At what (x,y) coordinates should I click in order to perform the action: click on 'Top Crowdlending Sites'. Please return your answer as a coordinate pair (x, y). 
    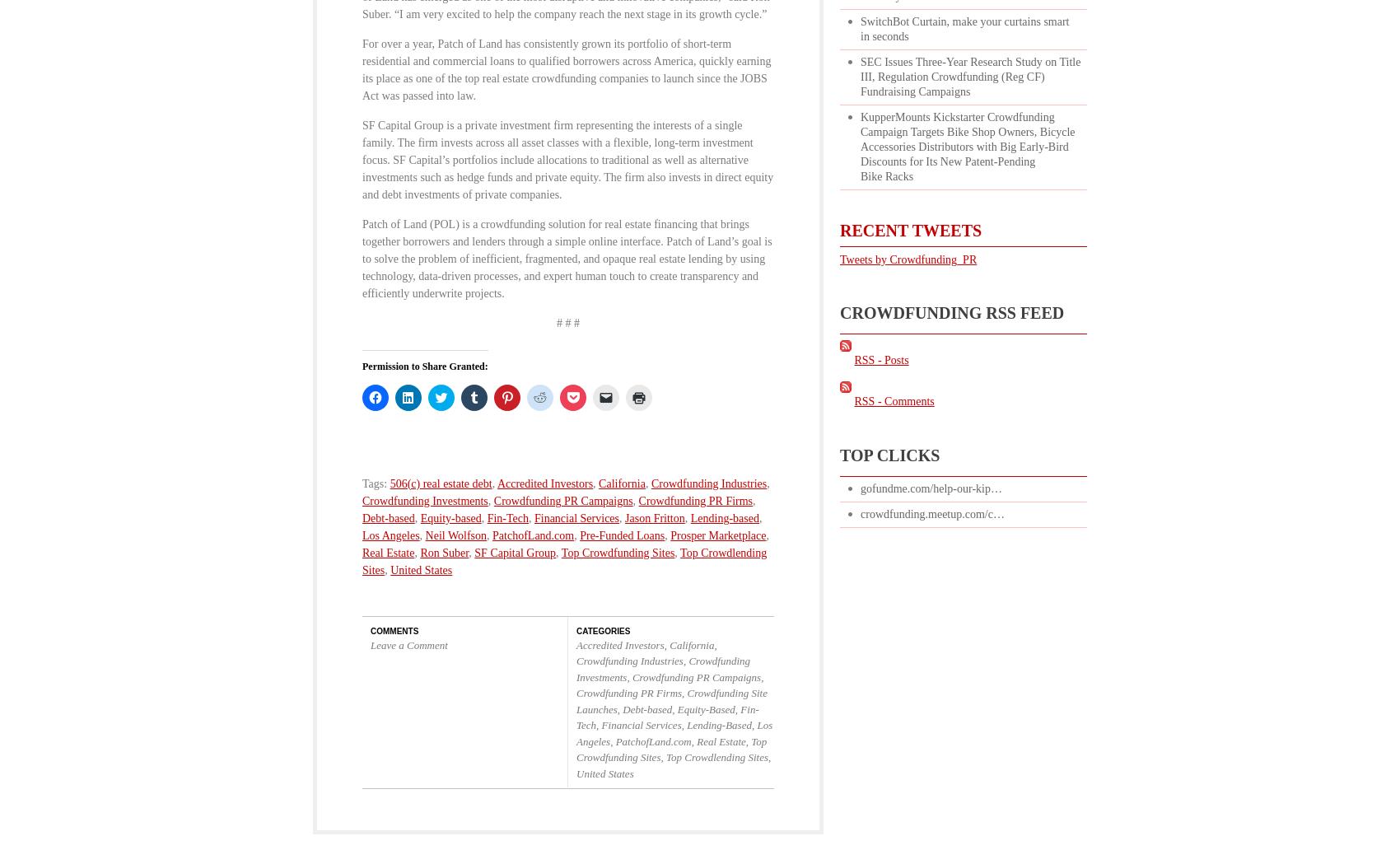
    Looking at the image, I should click on (564, 560).